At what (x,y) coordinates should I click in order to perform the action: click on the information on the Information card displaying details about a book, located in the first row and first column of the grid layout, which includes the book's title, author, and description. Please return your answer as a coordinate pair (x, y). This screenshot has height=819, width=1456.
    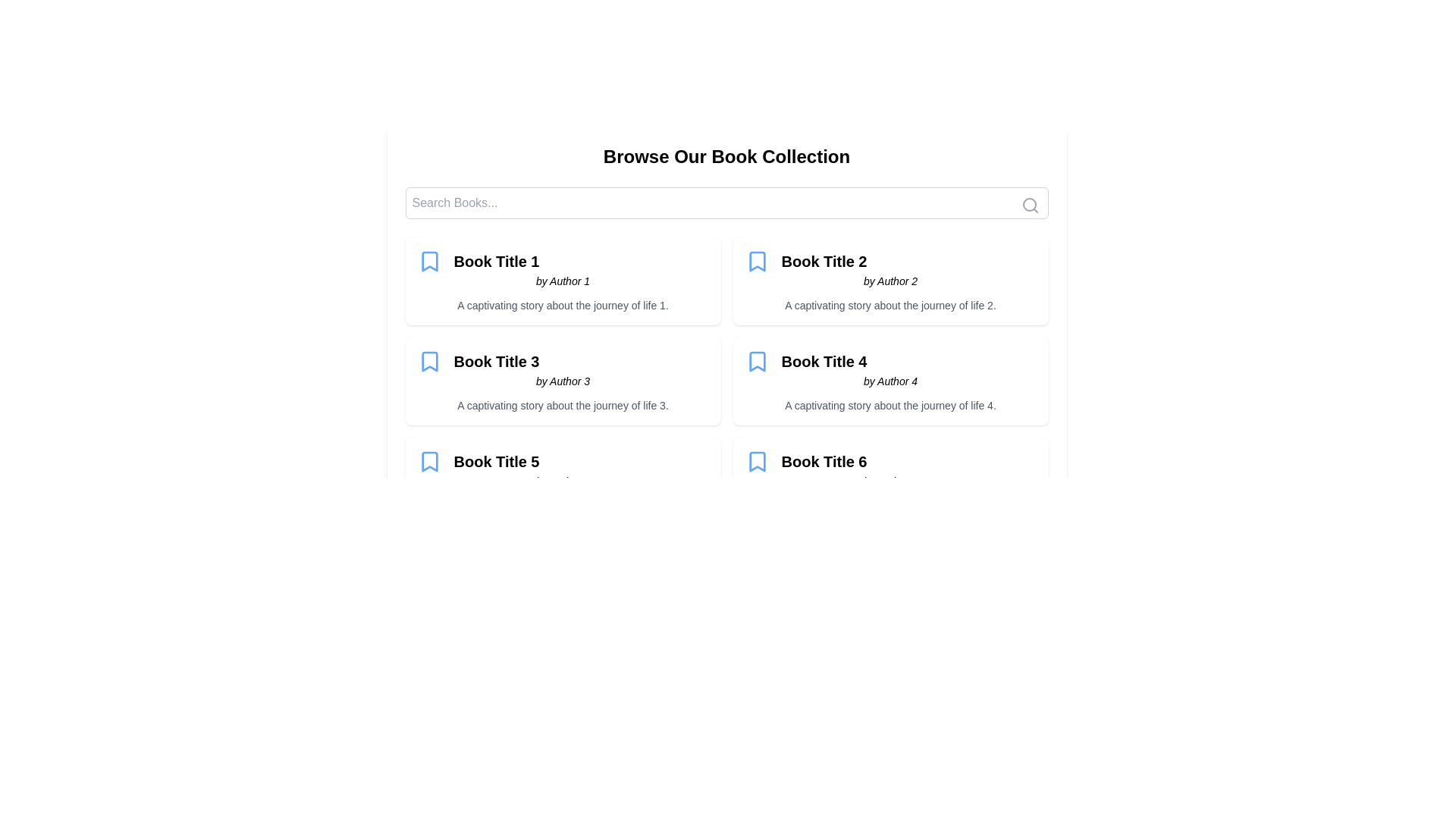
    Looking at the image, I should click on (562, 281).